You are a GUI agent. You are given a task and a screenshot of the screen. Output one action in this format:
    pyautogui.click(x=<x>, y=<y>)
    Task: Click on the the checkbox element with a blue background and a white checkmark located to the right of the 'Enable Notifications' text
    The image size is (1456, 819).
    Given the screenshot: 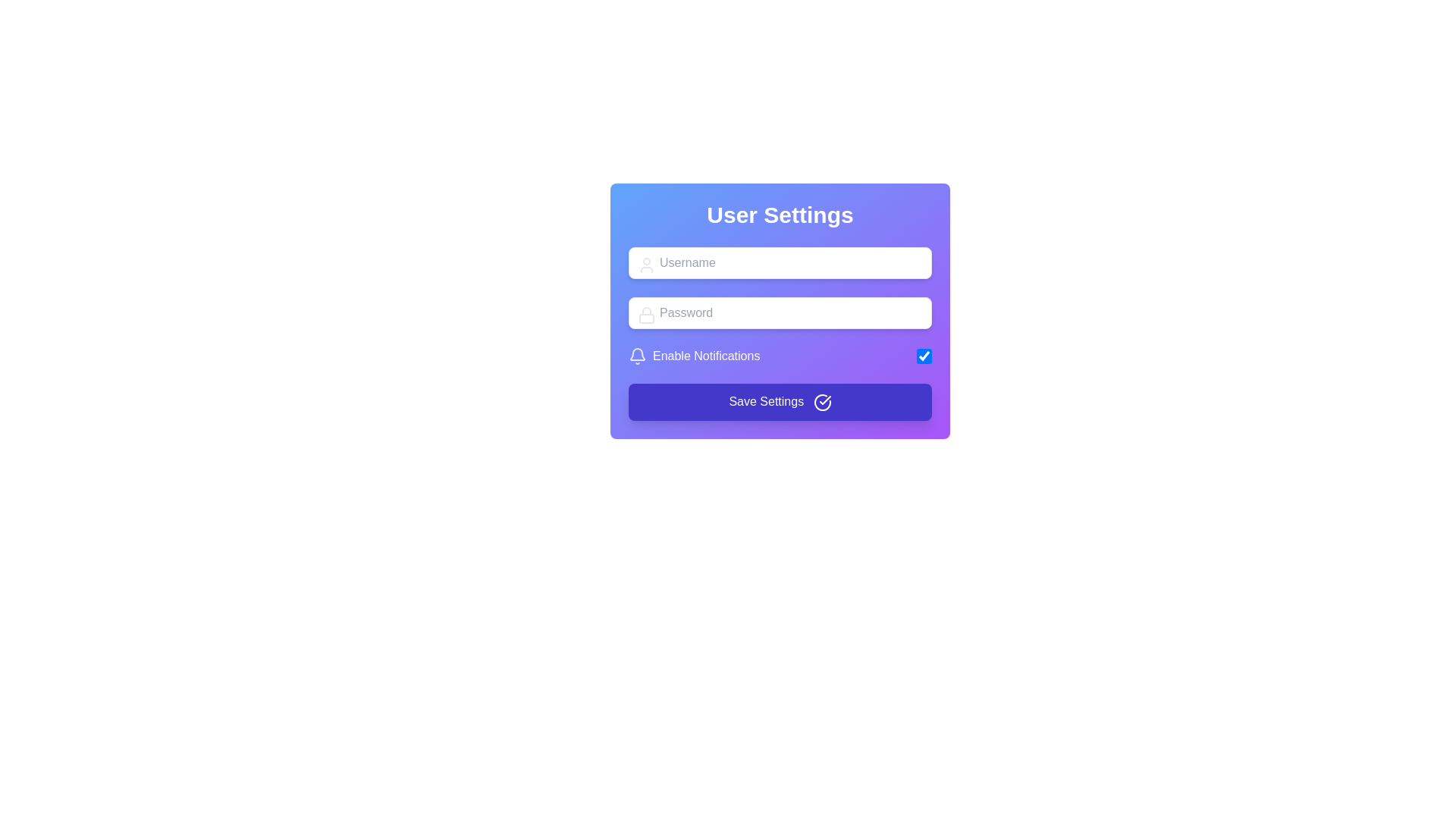 What is the action you would take?
    pyautogui.click(x=924, y=356)
    